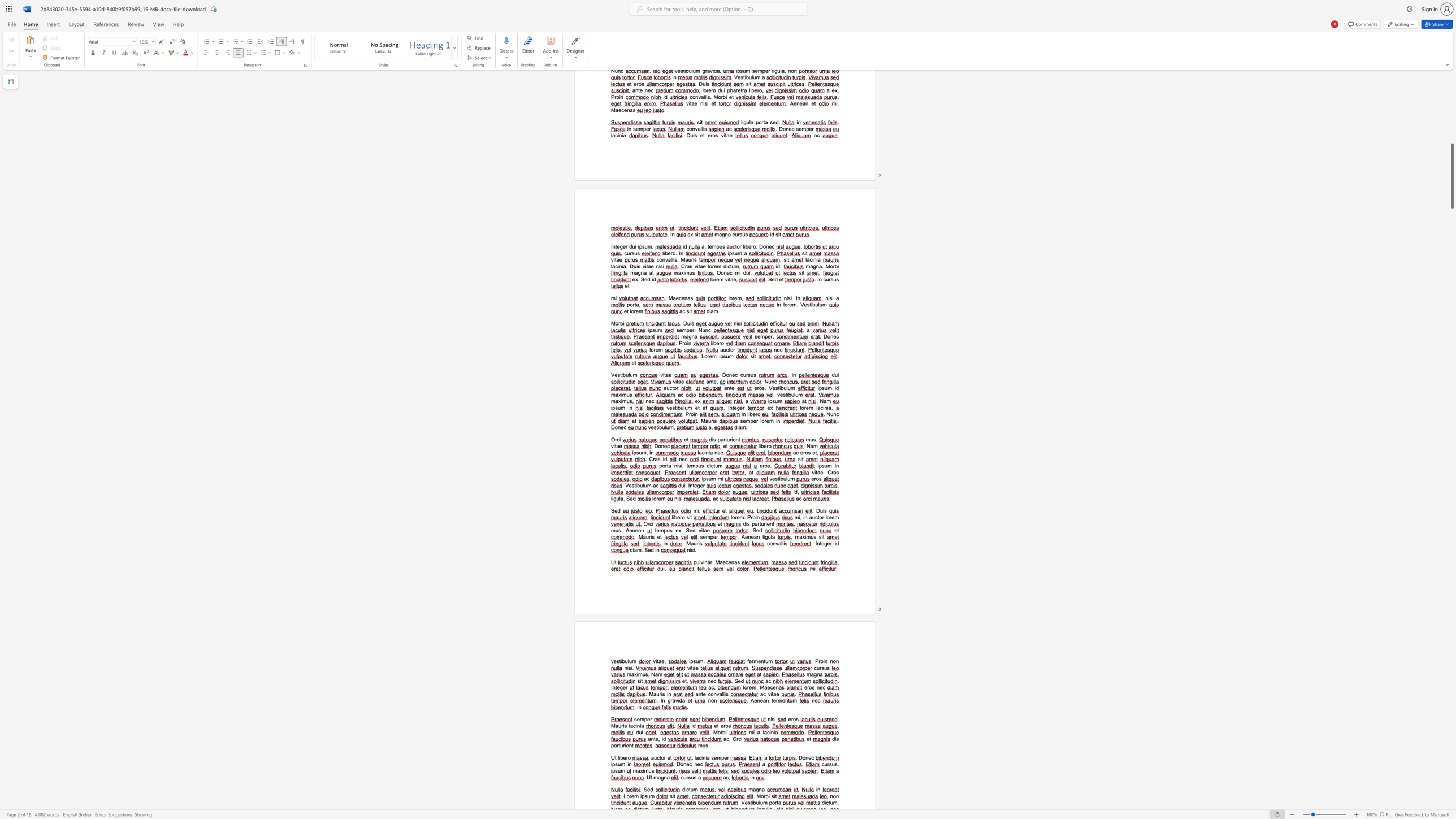 The width and height of the screenshot is (1456, 819). What do you see at coordinates (765, 523) in the screenshot?
I see `the 2th character "i" in the text` at bounding box center [765, 523].